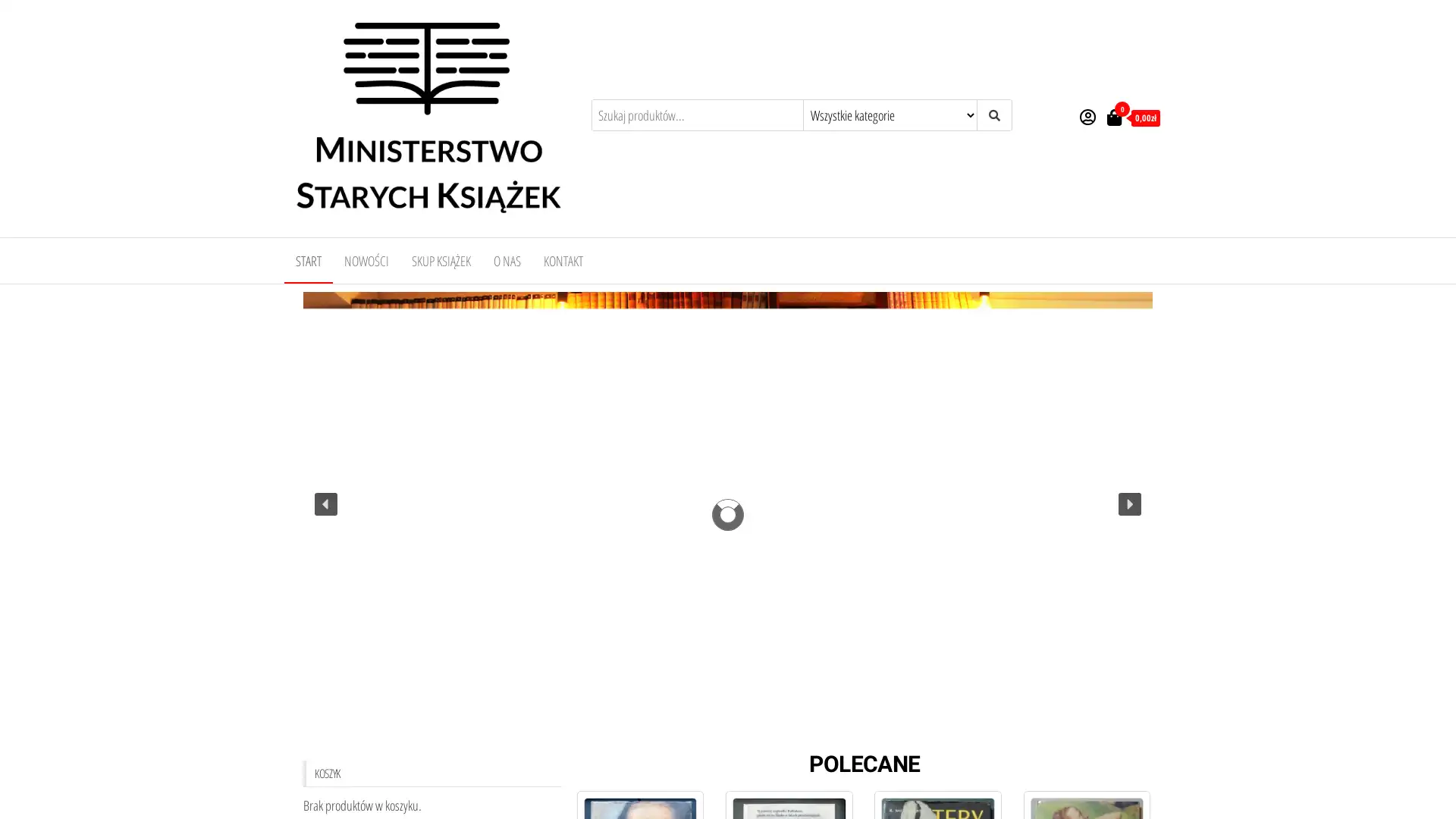 The width and height of the screenshot is (1456, 819). I want to click on Skup, so click(728, 730).